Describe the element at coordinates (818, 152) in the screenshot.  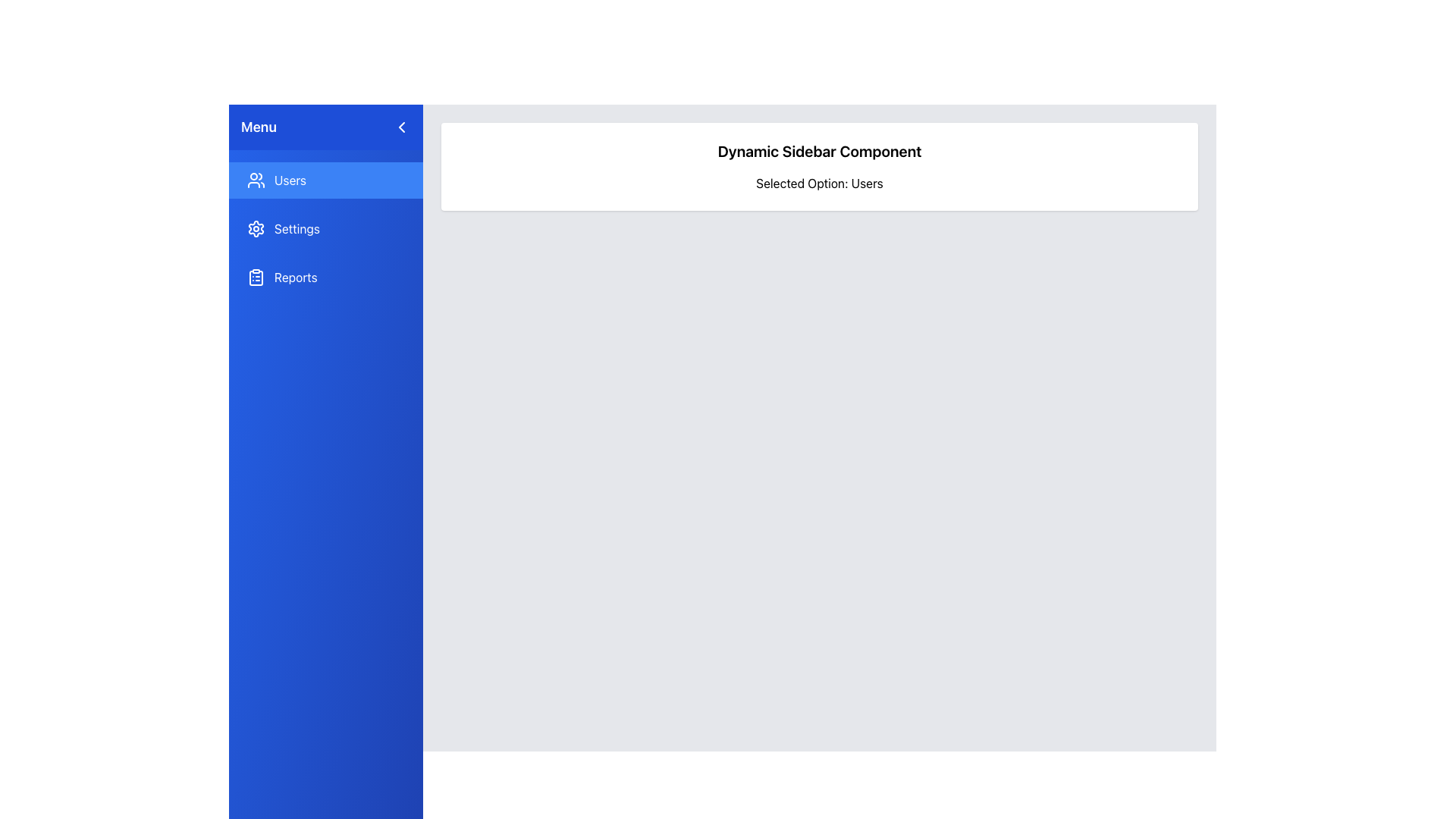
I see `the 'Dynamic Sidebar Component' text header, which is styled in bold and large font, centered within a white background with rounded corners` at that location.